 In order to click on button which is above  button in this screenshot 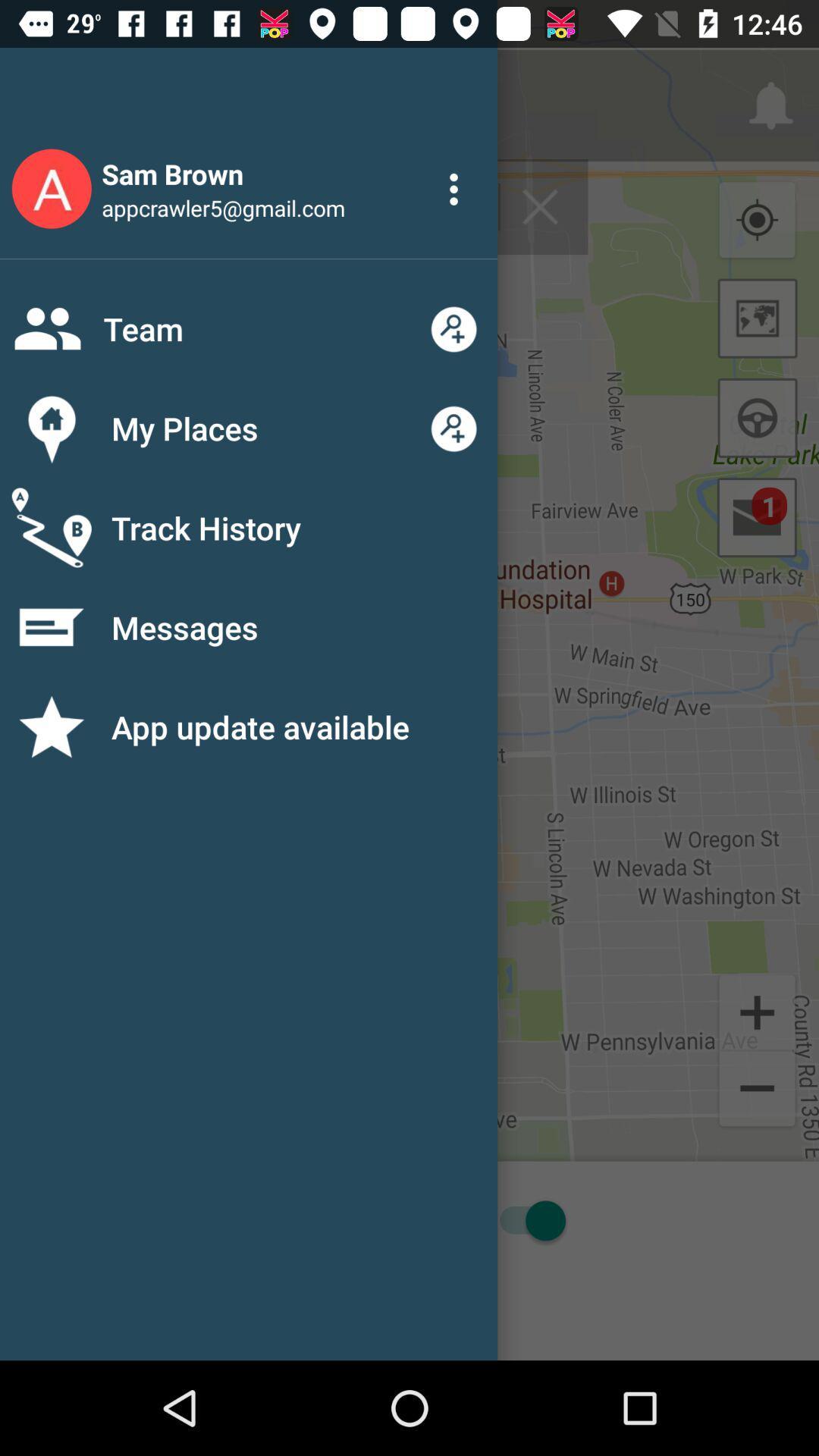, I will do `click(758, 1011)`.